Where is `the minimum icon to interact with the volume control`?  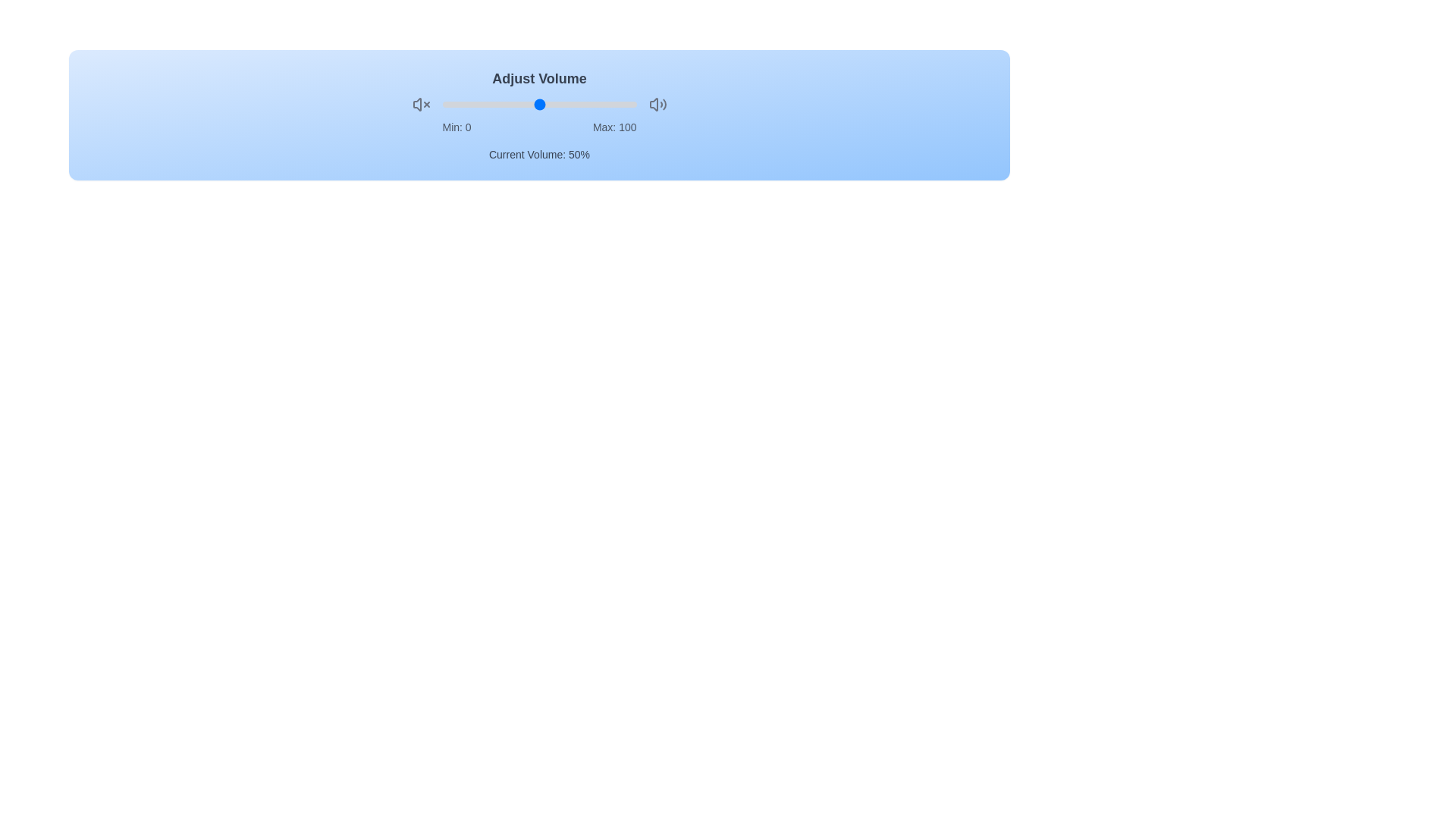
the minimum icon to interact with the volume control is located at coordinates (421, 104).